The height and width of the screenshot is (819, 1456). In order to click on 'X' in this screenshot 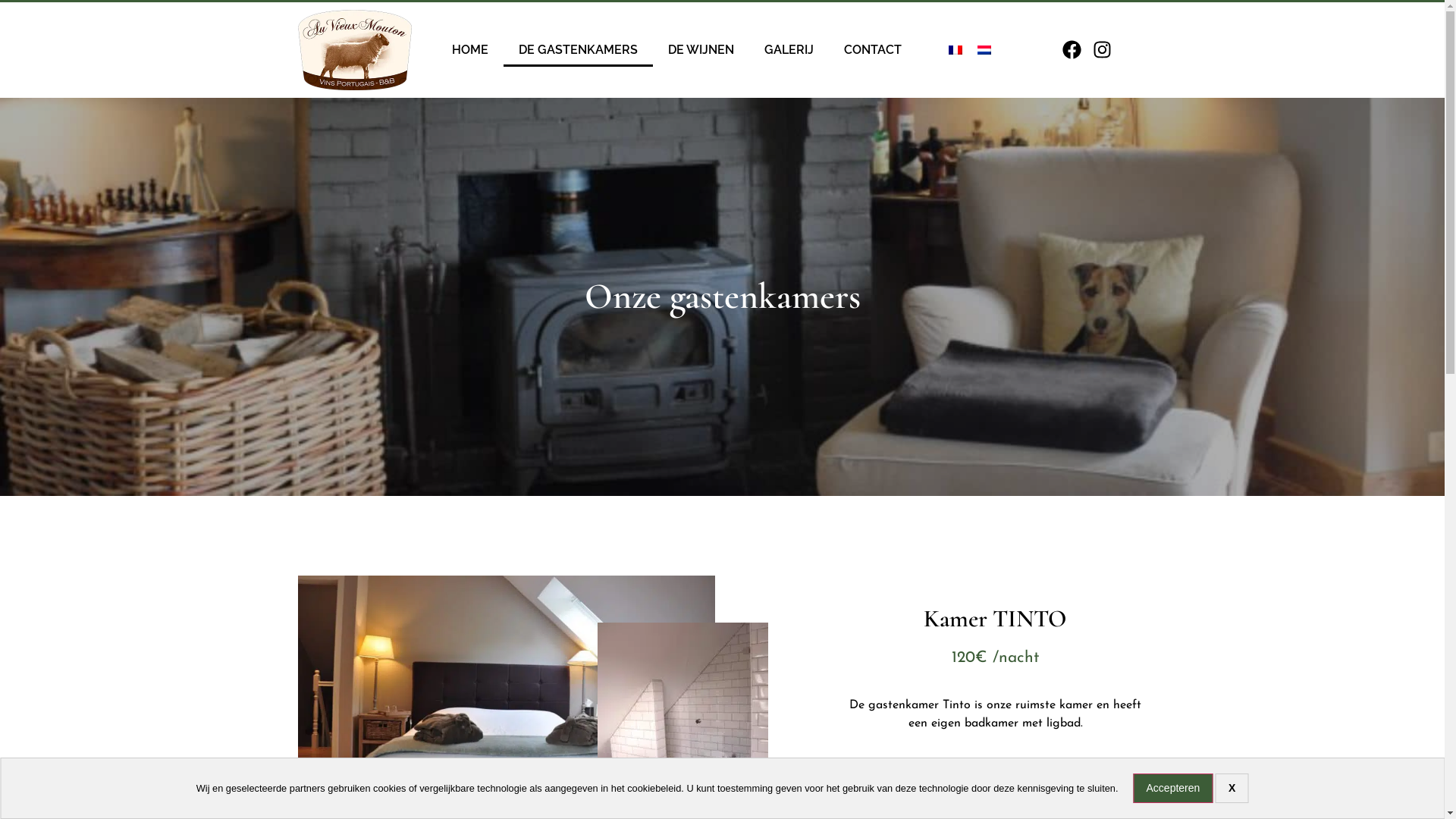, I will do `click(1216, 787)`.